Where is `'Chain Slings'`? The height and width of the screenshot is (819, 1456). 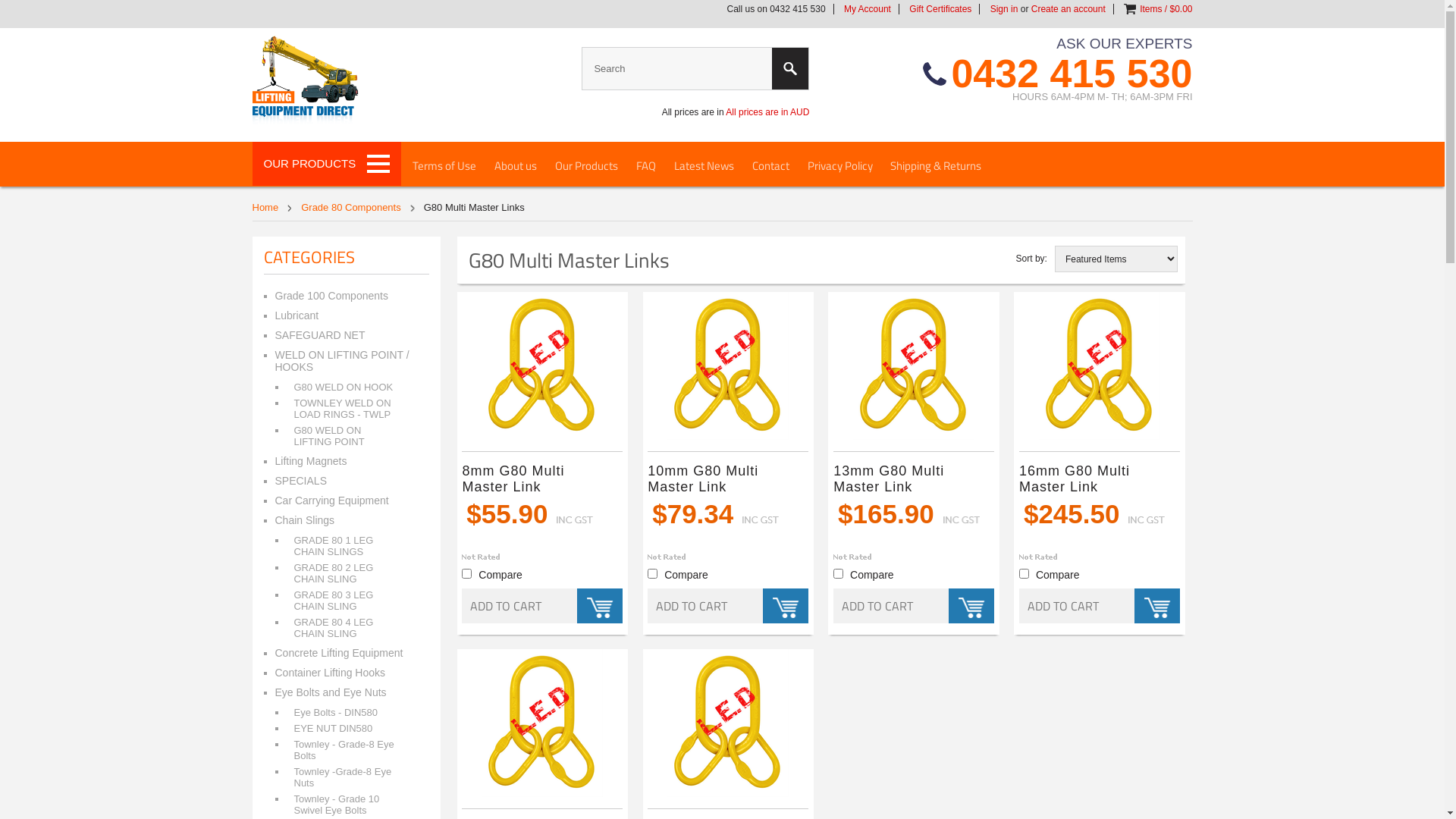
'Chain Slings' is located at coordinates (343, 519).